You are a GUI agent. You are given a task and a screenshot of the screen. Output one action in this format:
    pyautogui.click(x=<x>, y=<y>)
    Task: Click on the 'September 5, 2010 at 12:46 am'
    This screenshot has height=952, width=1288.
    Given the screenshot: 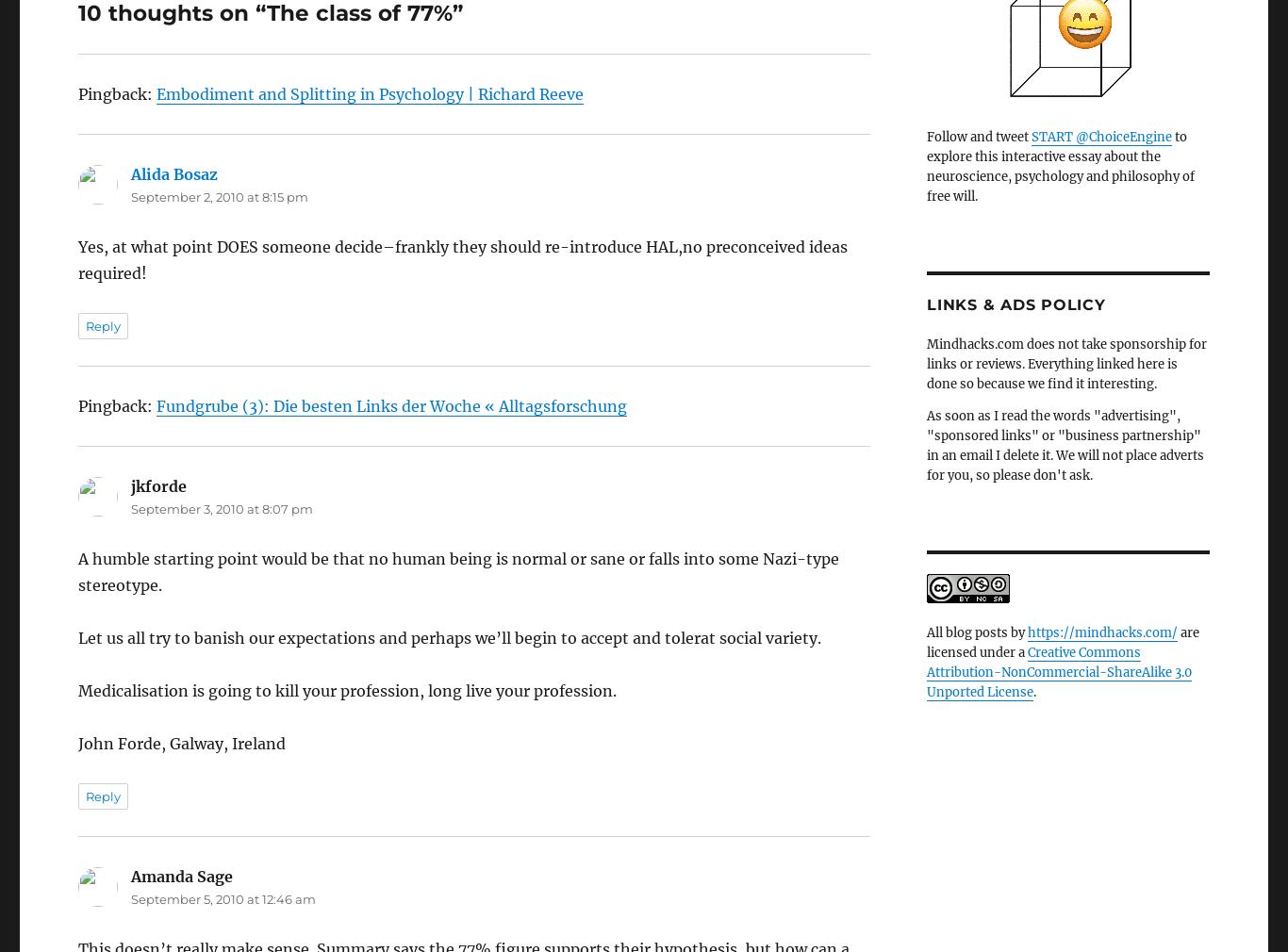 What is the action you would take?
    pyautogui.click(x=223, y=847)
    